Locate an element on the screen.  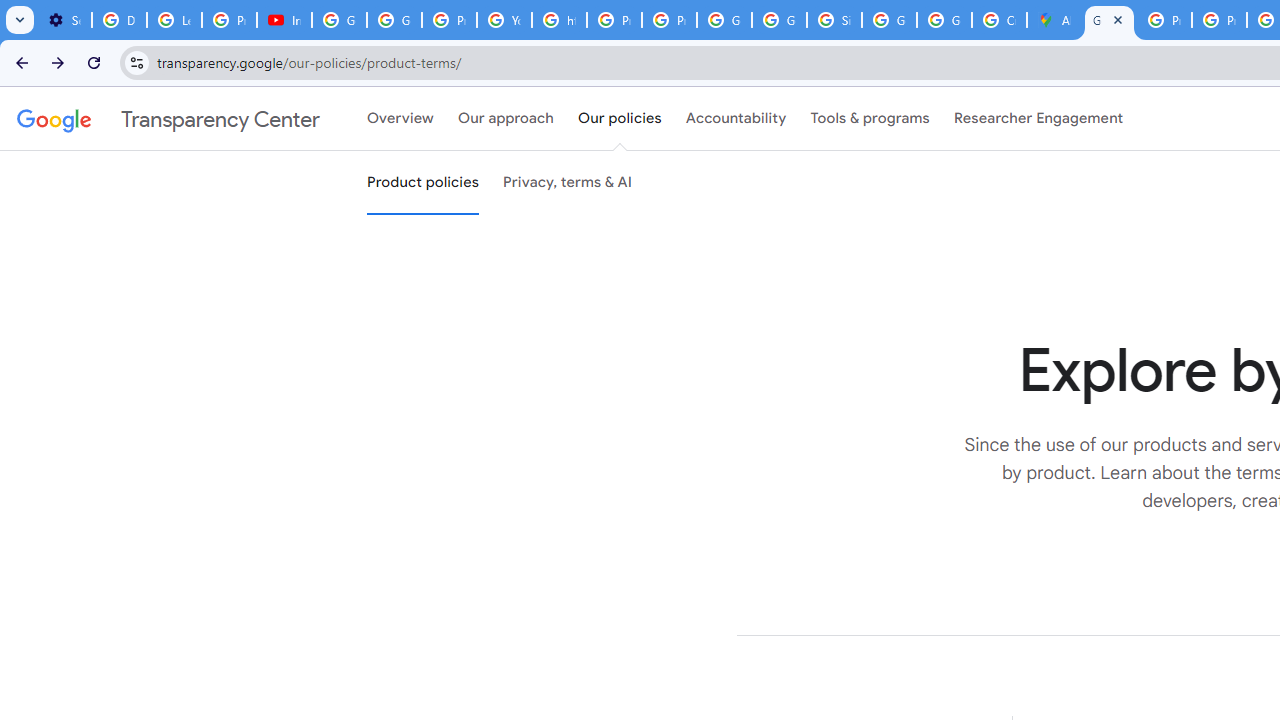
'Introduction | Google Privacy Policy - YouTube' is located at coordinates (283, 20).